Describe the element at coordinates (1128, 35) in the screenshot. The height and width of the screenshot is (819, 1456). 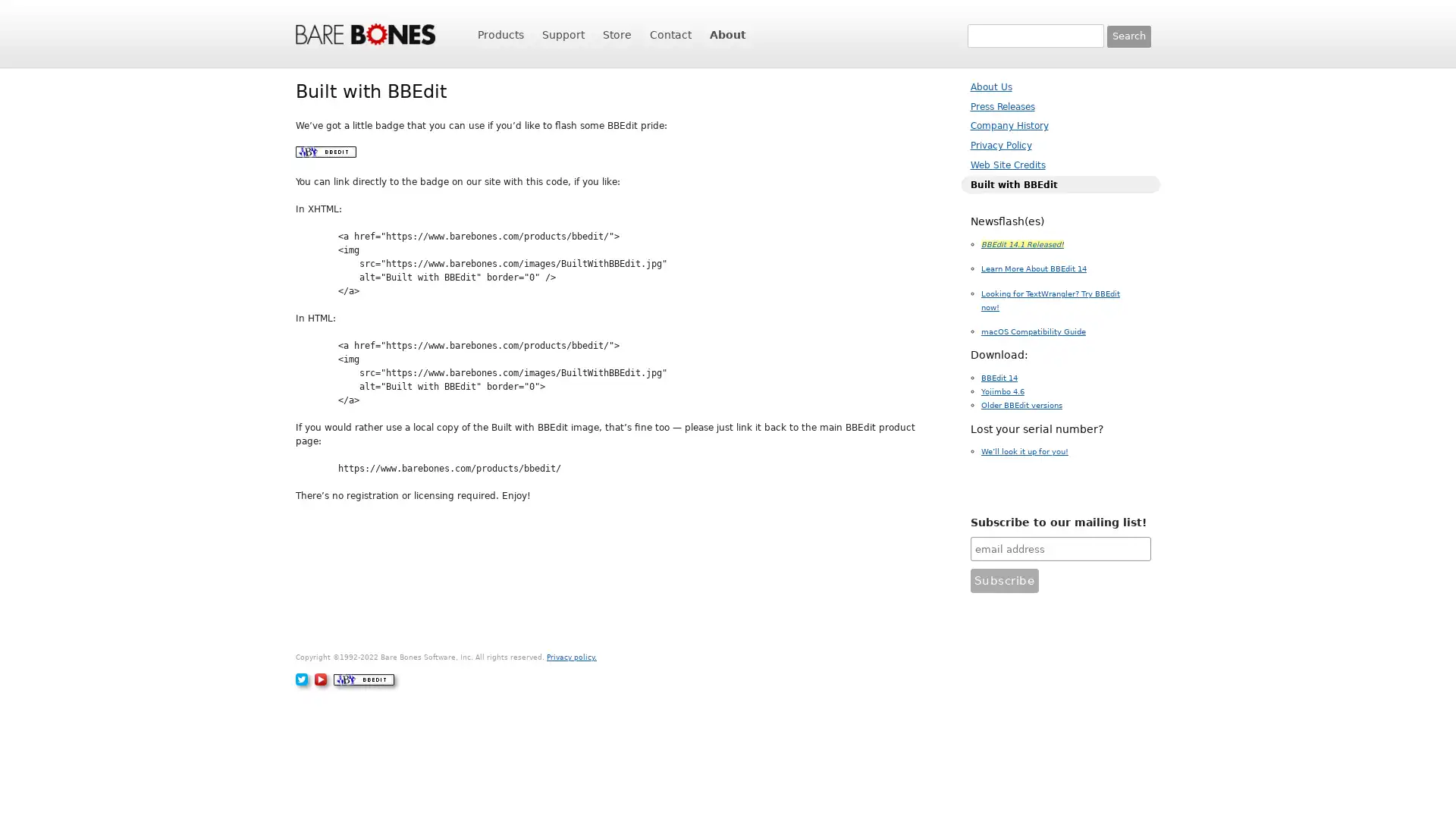
I see `Search` at that location.